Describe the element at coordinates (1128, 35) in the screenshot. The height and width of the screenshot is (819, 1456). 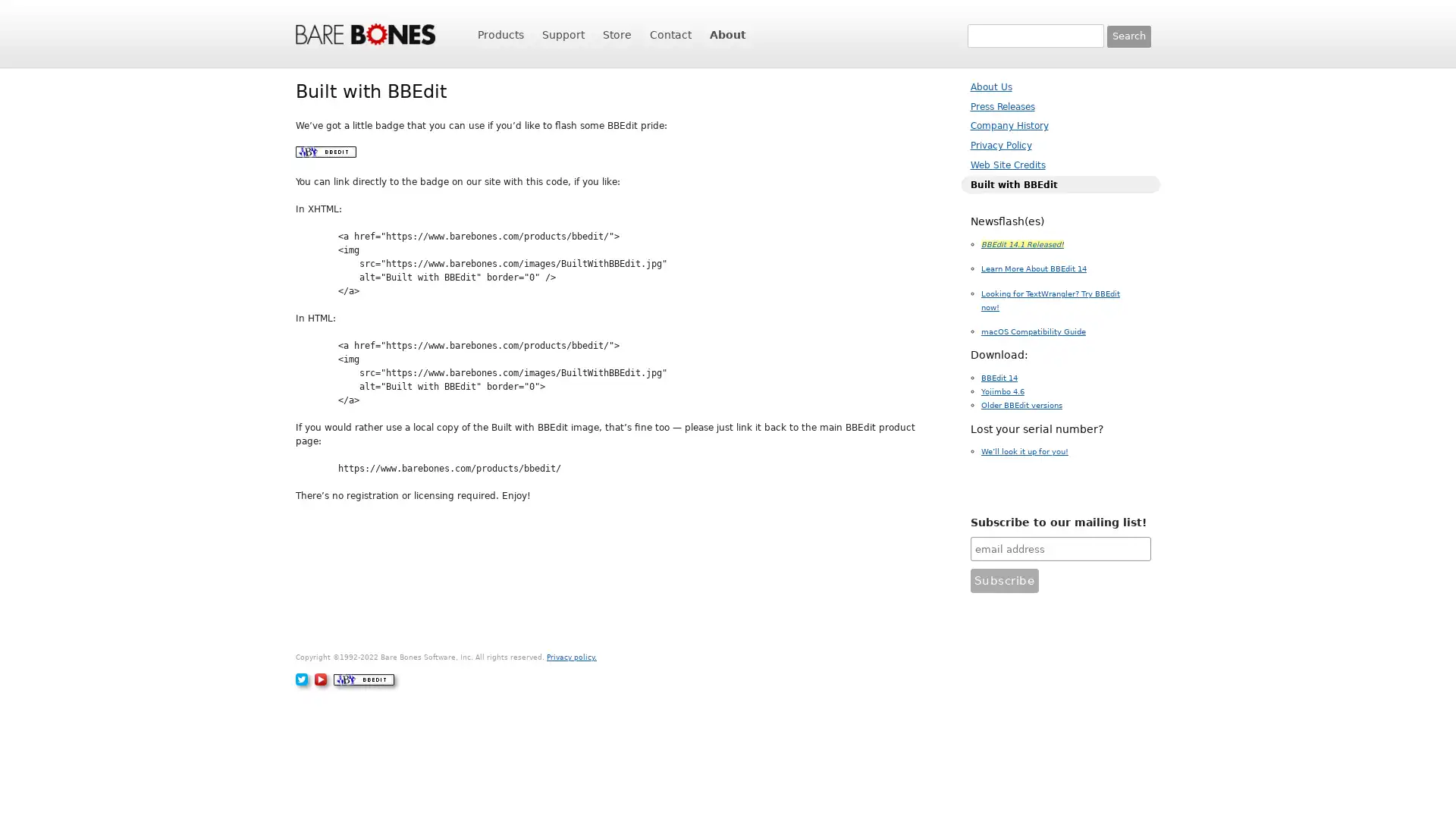
I see `Search` at that location.